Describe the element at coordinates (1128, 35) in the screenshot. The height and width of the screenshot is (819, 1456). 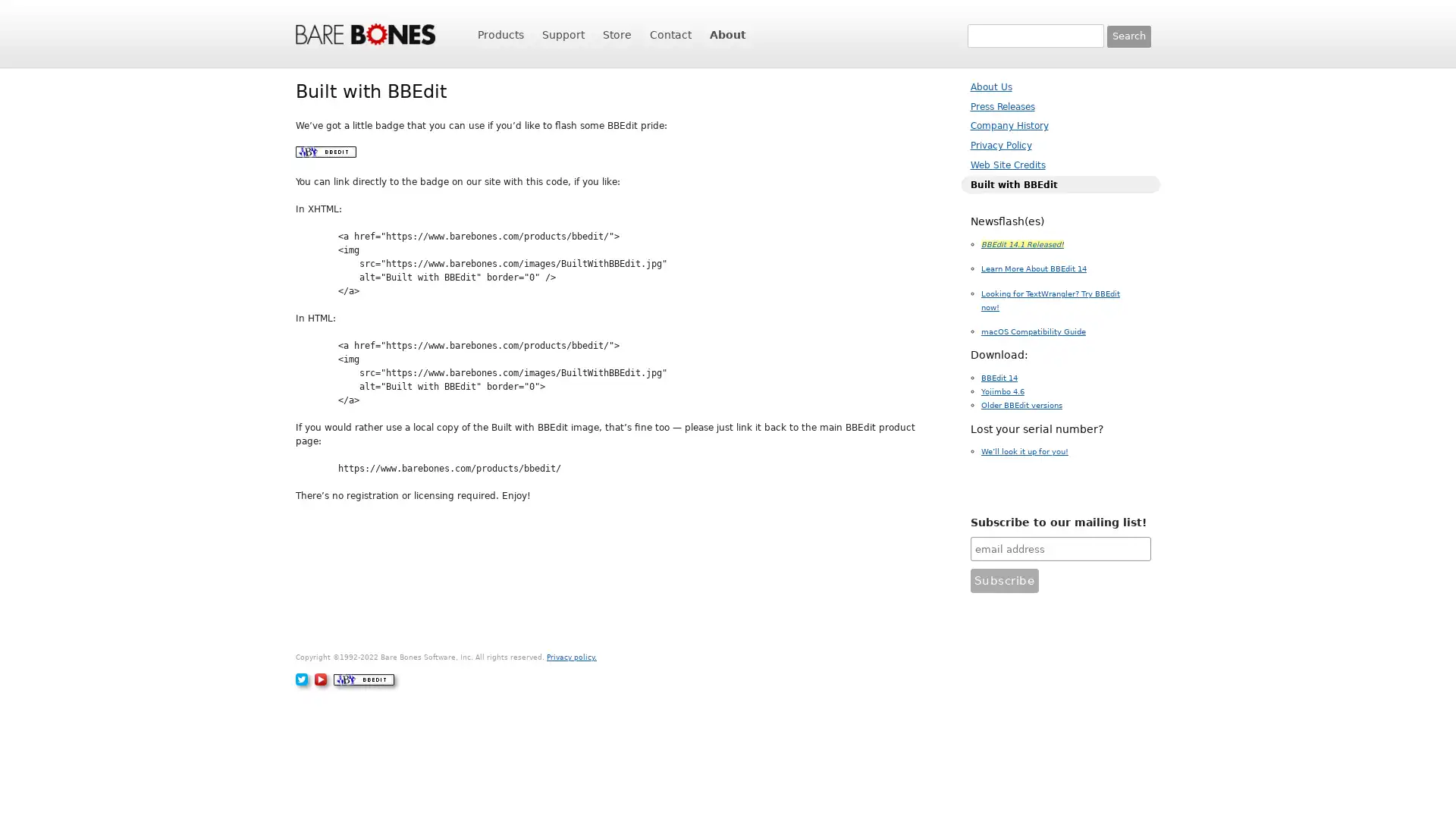
I see `Search` at that location.